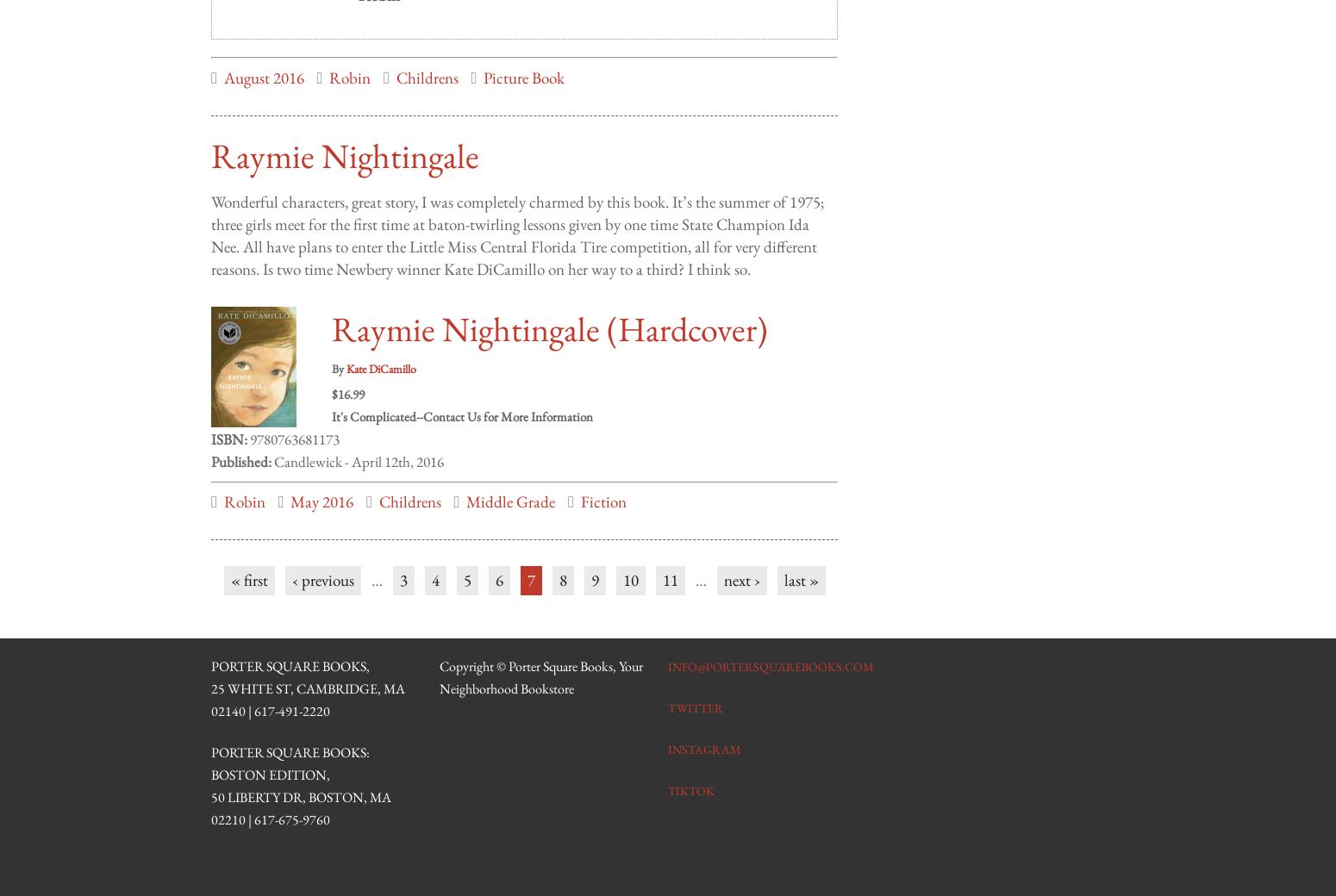  I want to click on '4', so click(434, 563).